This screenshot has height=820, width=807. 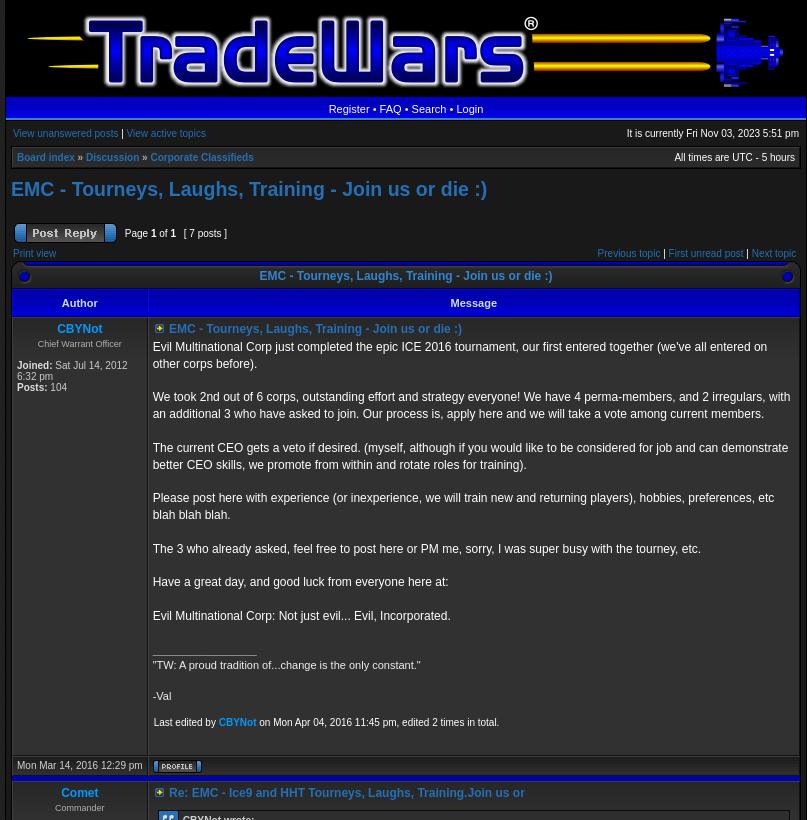 I want to click on 'Posts:', so click(x=32, y=387).